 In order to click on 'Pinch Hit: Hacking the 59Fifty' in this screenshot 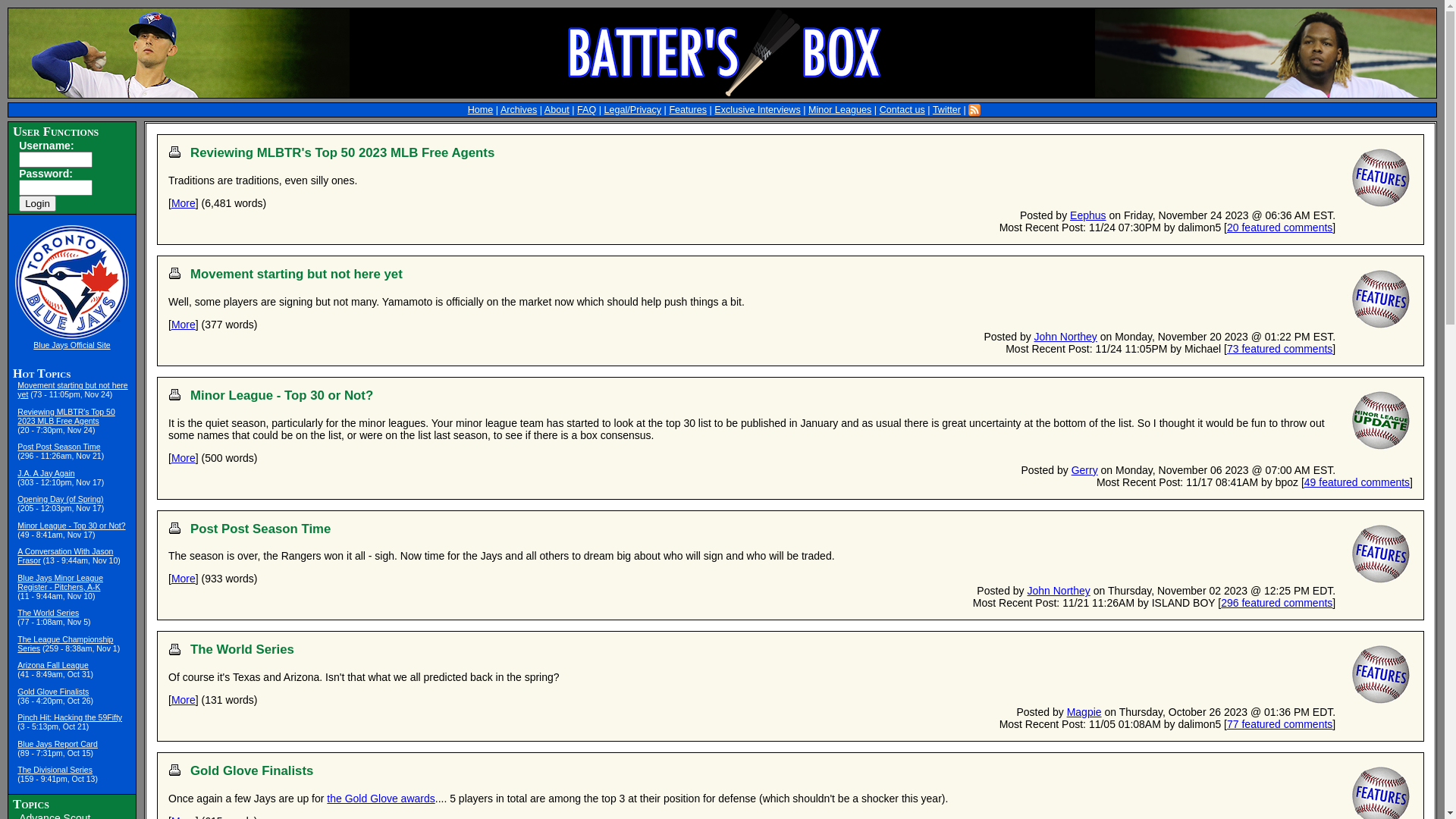, I will do `click(68, 717)`.